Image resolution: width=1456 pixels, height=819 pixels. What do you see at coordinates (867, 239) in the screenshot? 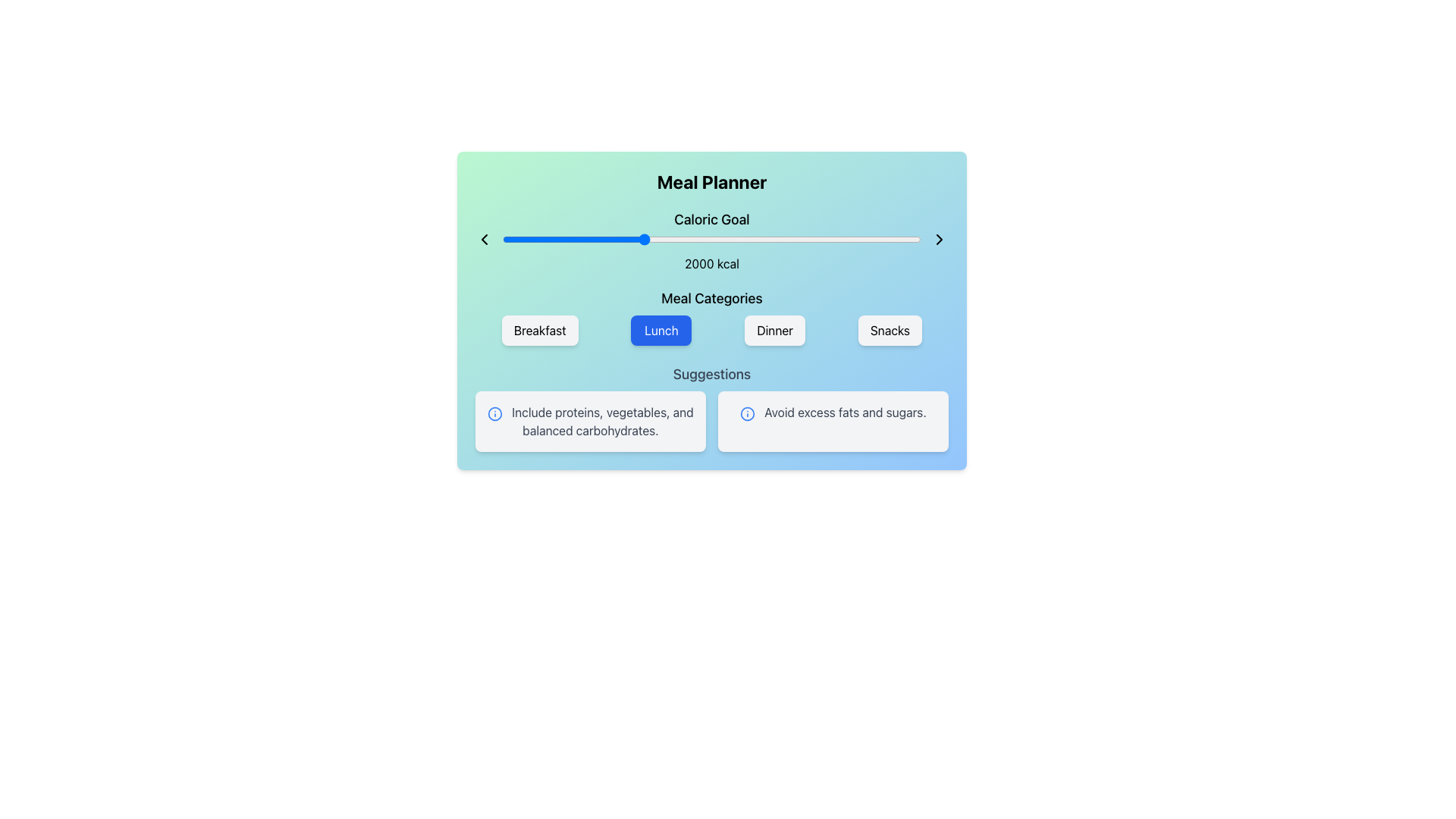
I see `the caloric goal` at bounding box center [867, 239].